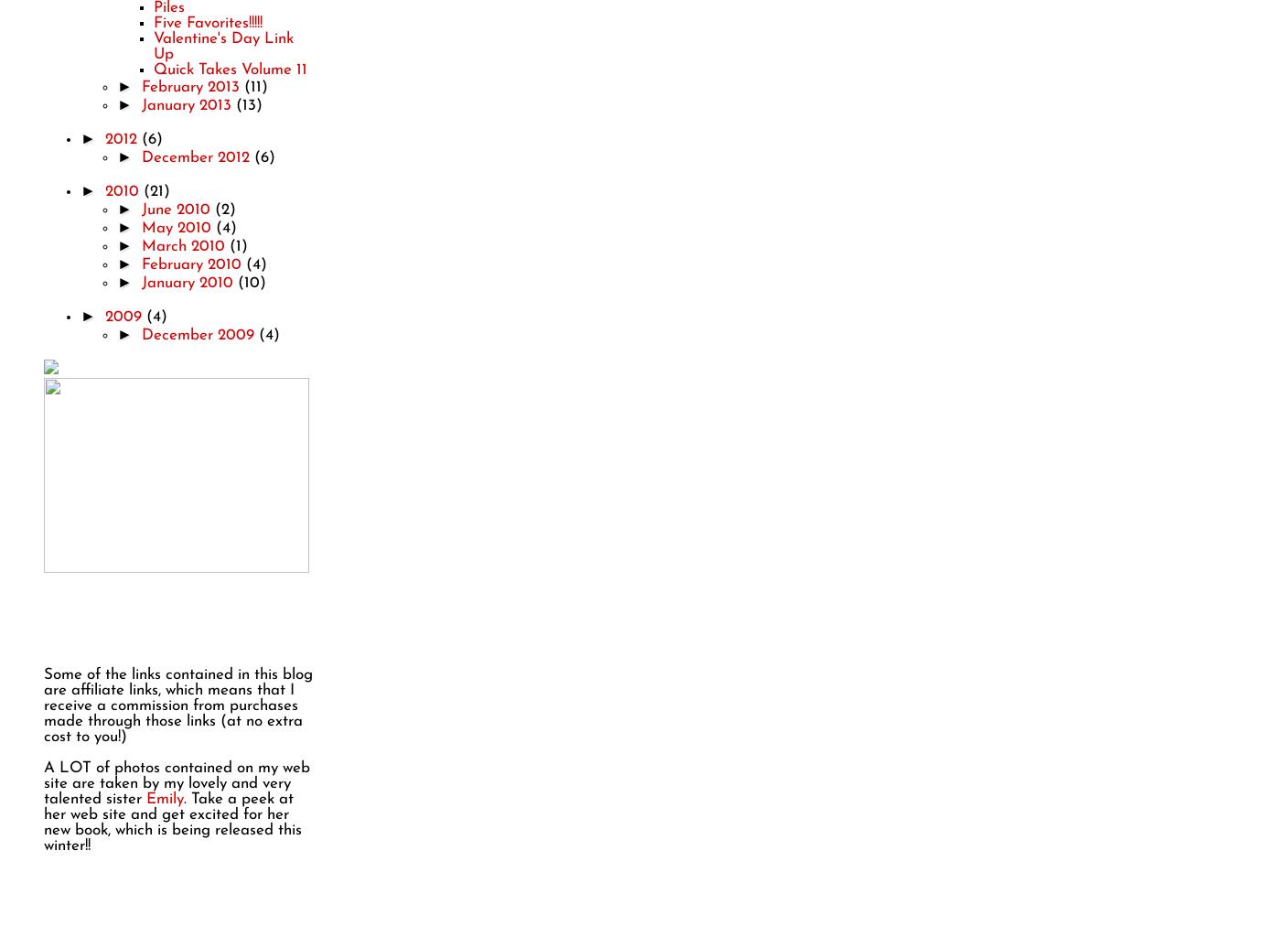 The width and height of the screenshot is (1288, 926). I want to click on '(2)', so click(223, 209).